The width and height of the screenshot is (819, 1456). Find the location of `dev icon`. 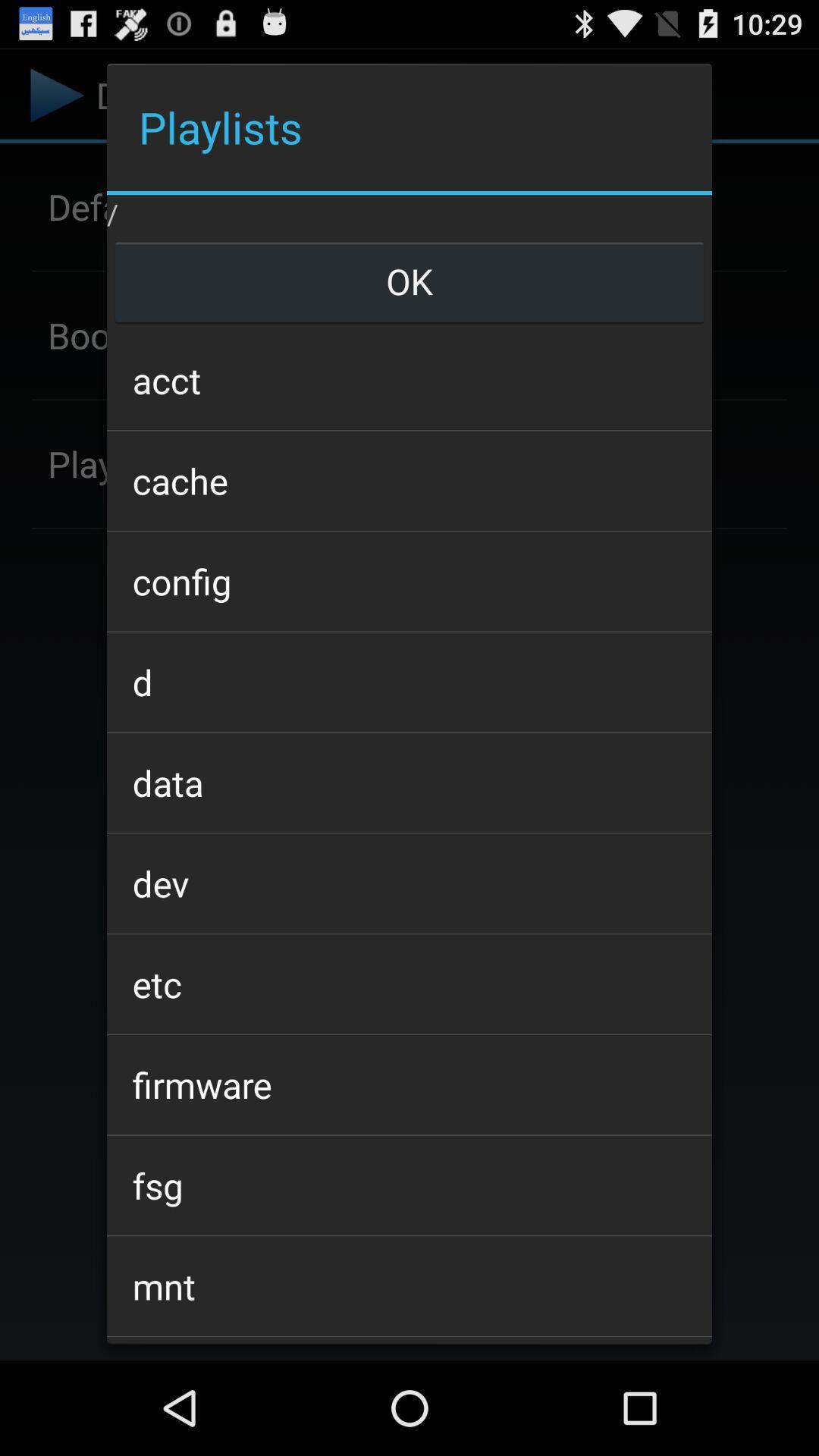

dev icon is located at coordinates (409, 883).